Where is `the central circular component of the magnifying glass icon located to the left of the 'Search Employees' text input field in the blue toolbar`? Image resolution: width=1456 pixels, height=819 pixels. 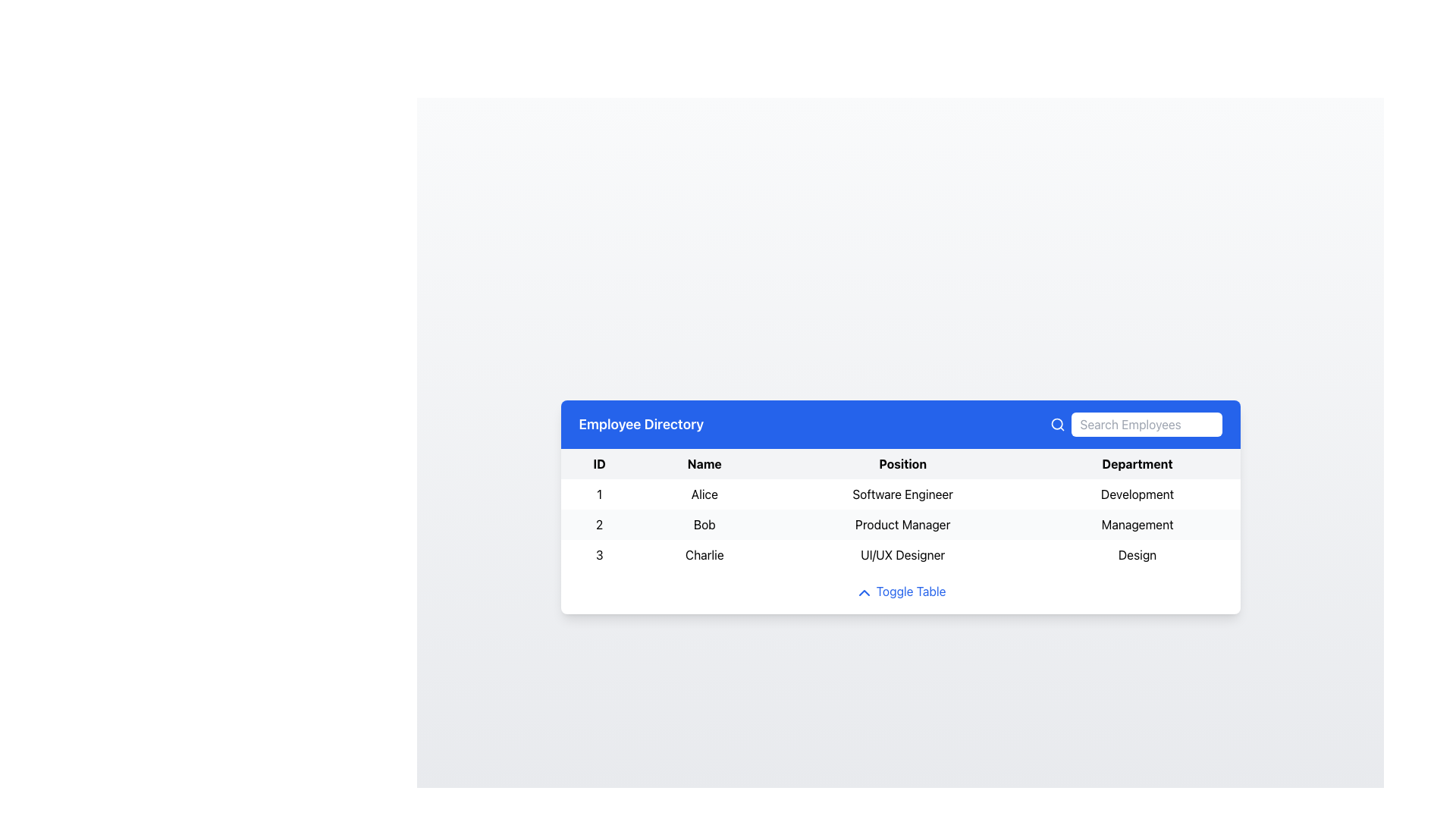 the central circular component of the magnifying glass icon located to the left of the 'Search Employees' text input field in the blue toolbar is located at coordinates (1056, 424).